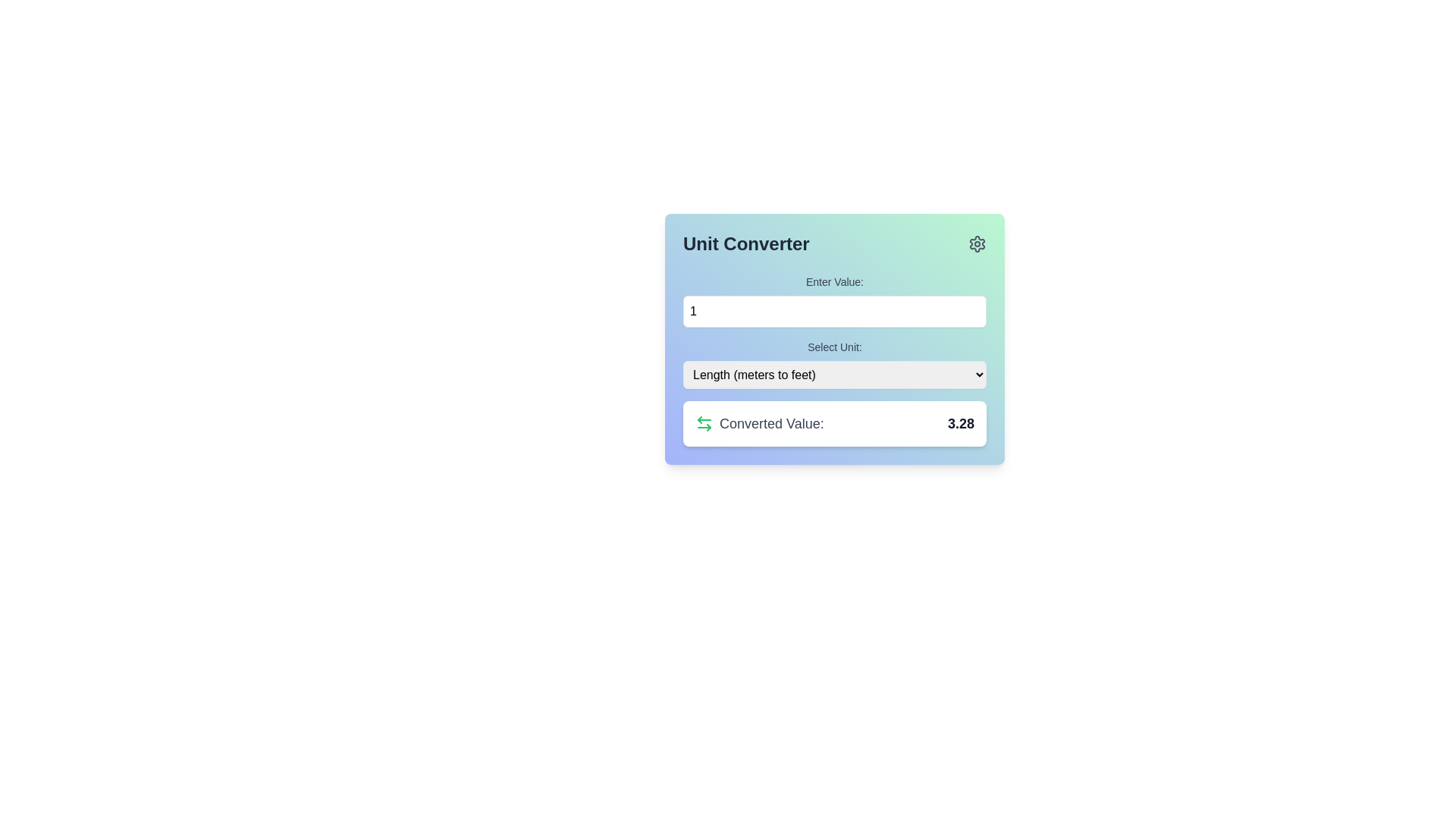 Image resolution: width=1456 pixels, height=819 pixels. What do you see at coordinates (771, 424) in the screenshot?
I see `the text label displaying 'Converted Value:' which is styled in medium-sized gray font, located in the lower section of the interface, adjacent to a green conversion arrows icon` at bounding box center [771, 424].